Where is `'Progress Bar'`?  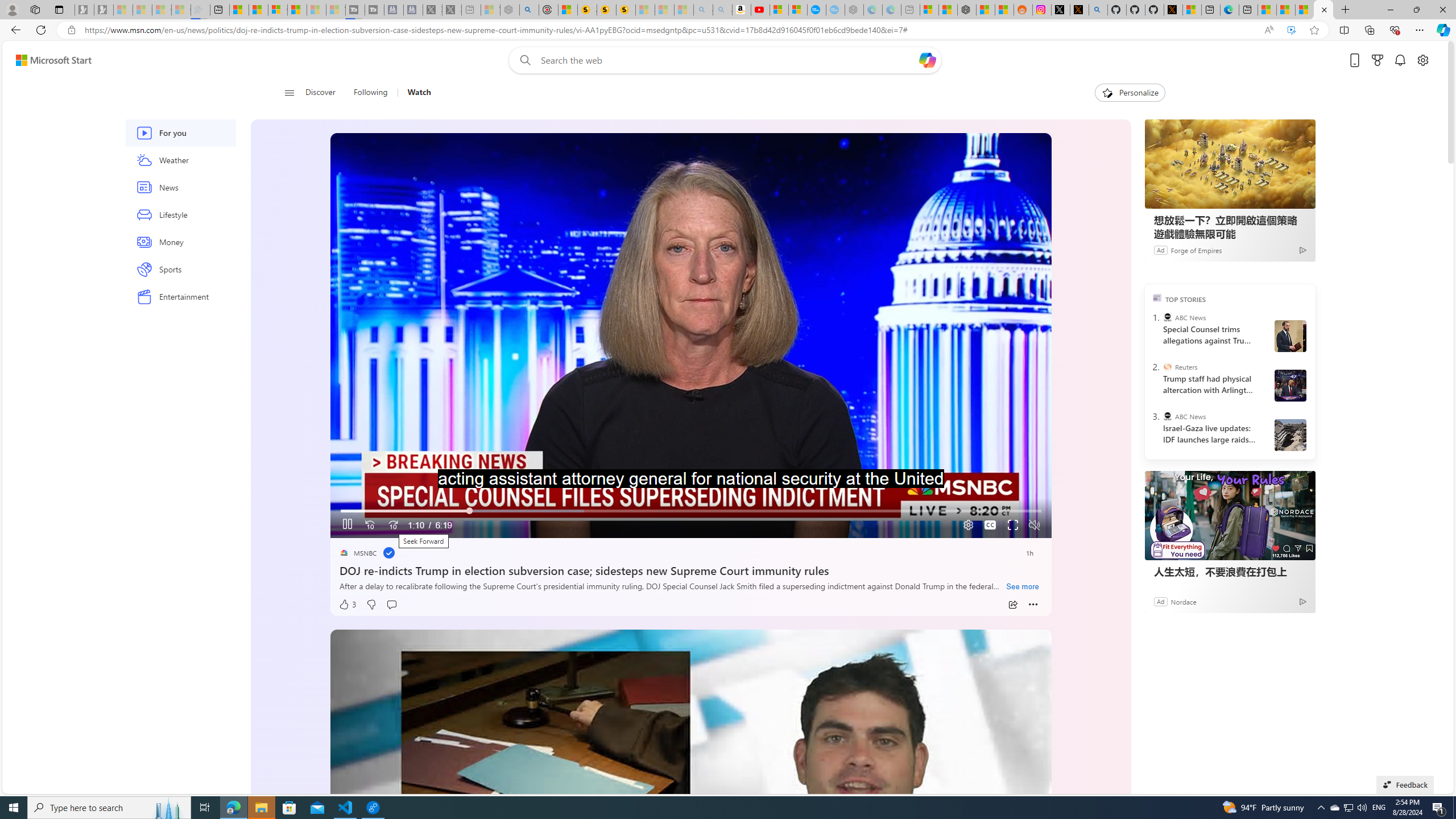 'Progress Bar' is located at coordinates (690, 510).